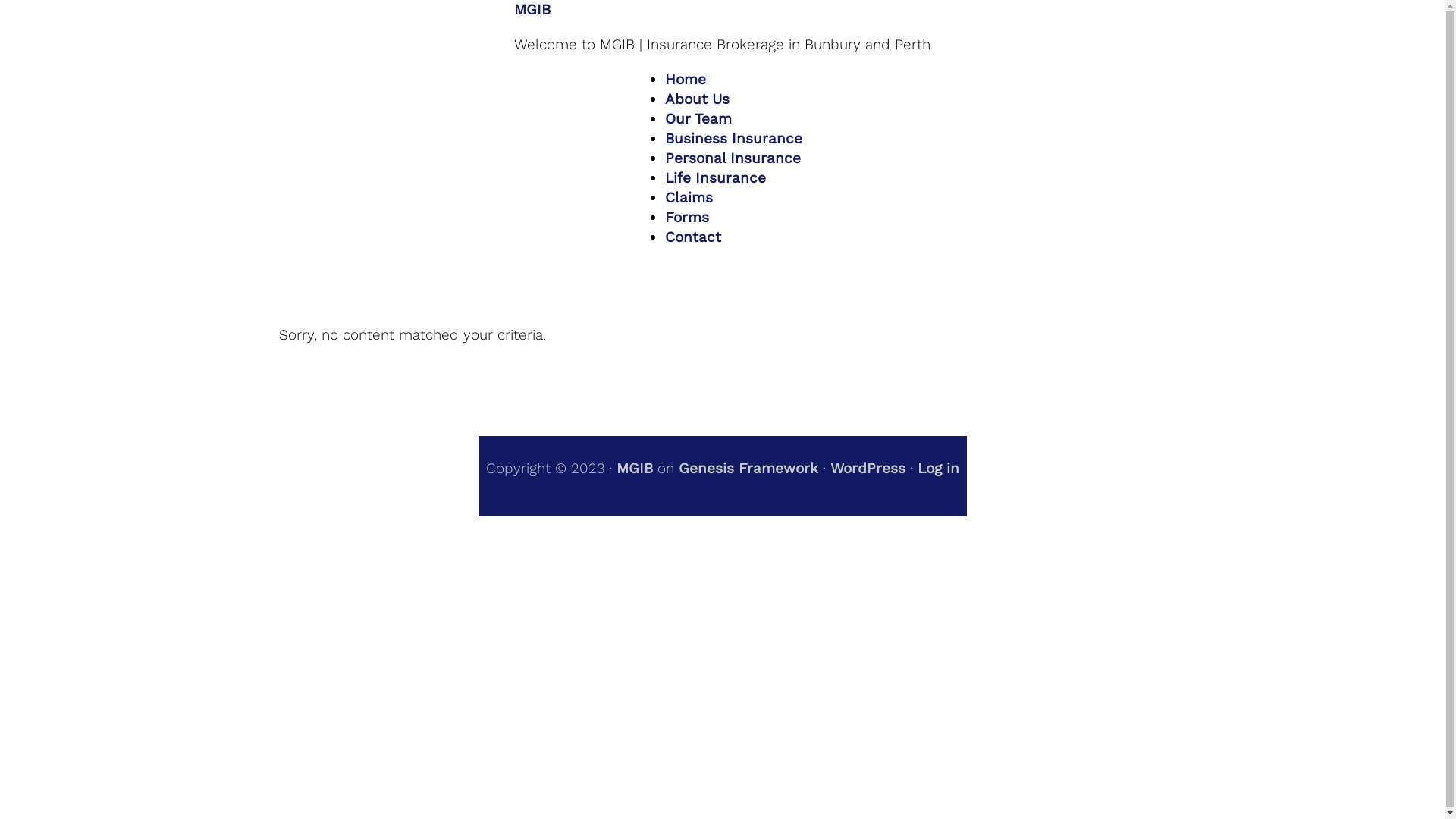 This screenshot has width=1456, height=819. I want to click on 'Life Insurance', so click(665, 177).